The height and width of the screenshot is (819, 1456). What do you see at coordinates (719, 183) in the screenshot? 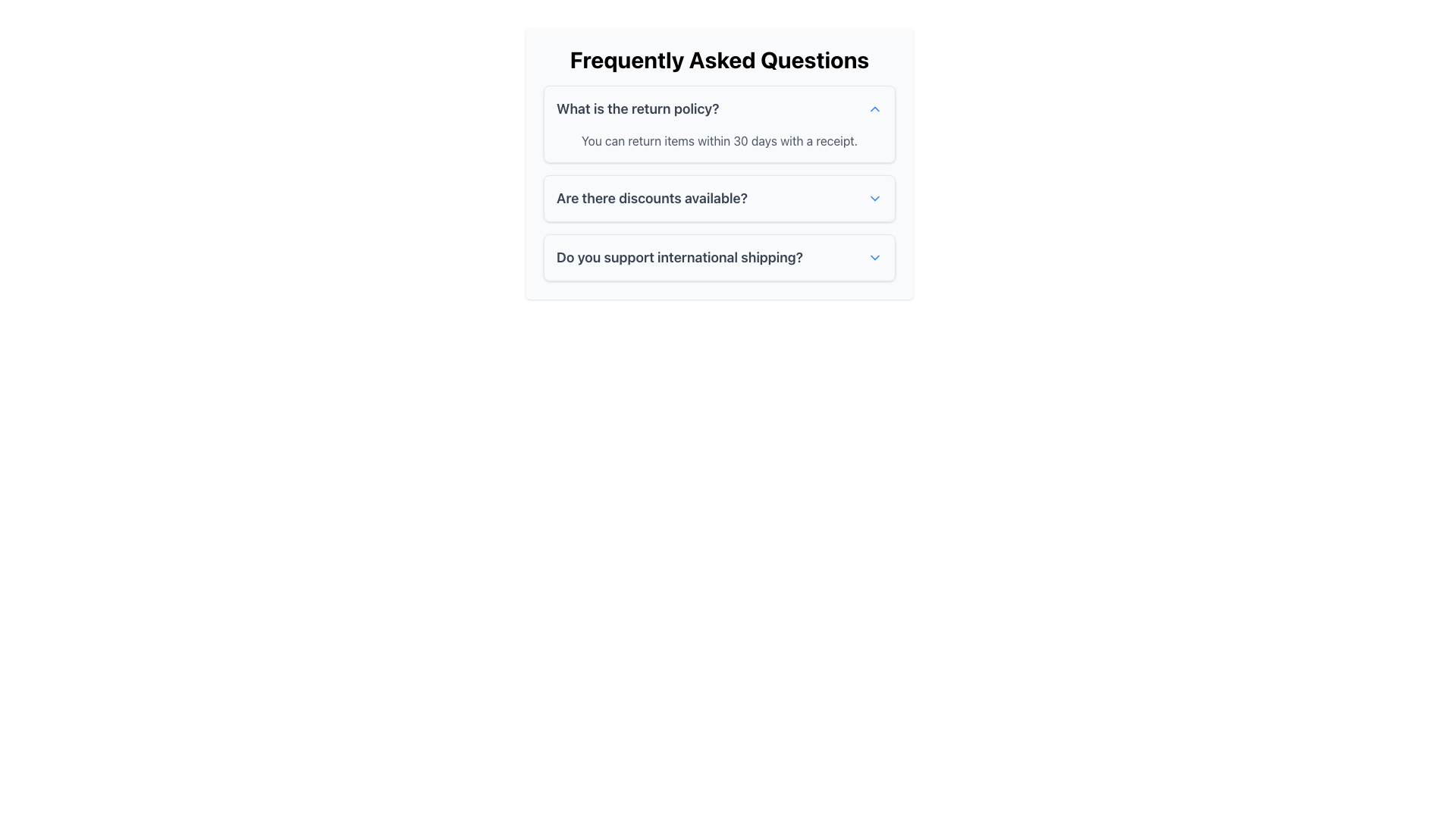
I see `the second collapsible FAQ item located below 'What is the return policy?'` at bounding box center [719, 183].